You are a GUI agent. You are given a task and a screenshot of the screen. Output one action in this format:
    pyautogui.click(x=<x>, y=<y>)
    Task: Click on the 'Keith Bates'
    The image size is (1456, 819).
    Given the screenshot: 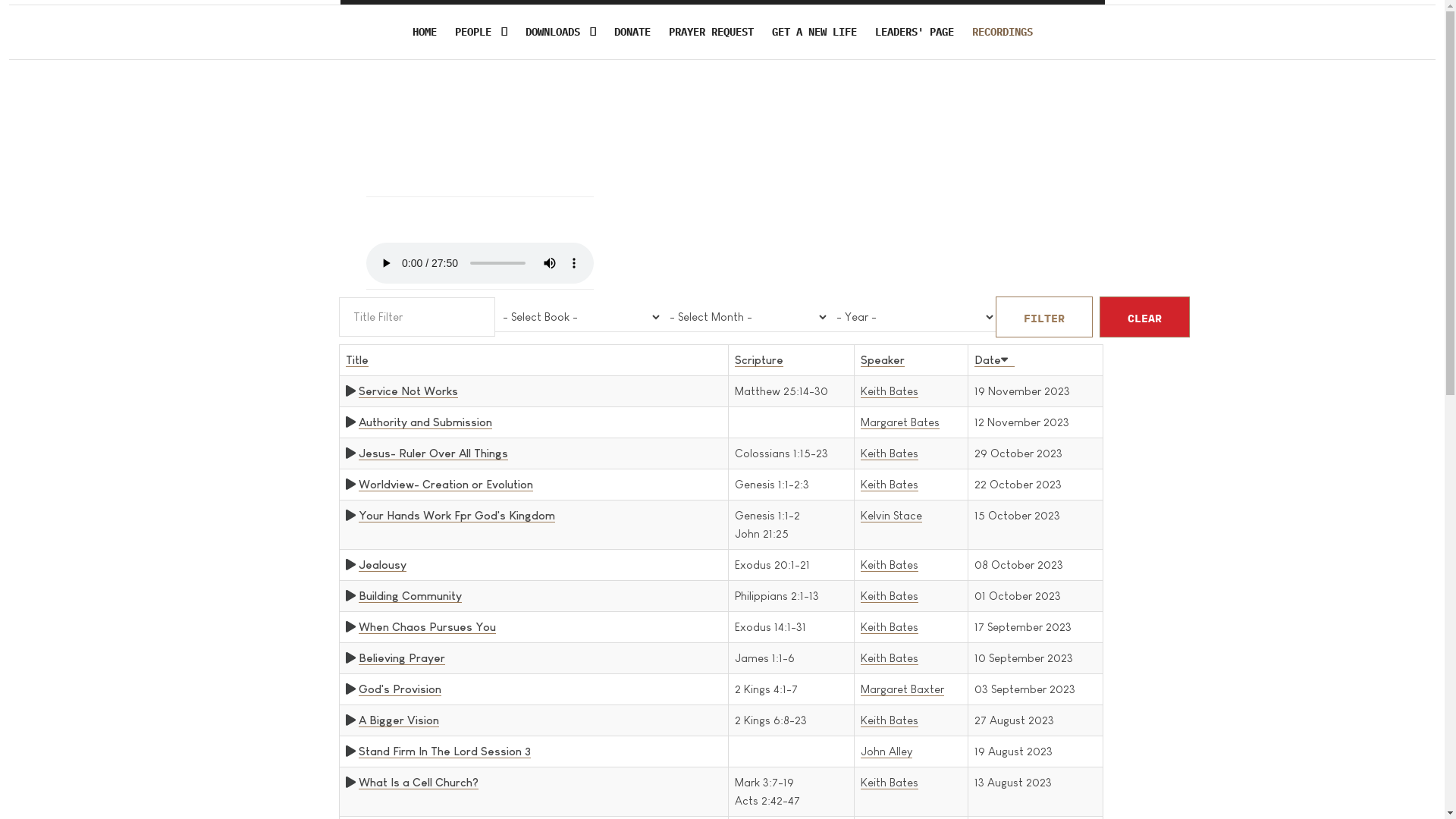 What is the action you would take?
    pyautogui.click(x=889, y=595)
    